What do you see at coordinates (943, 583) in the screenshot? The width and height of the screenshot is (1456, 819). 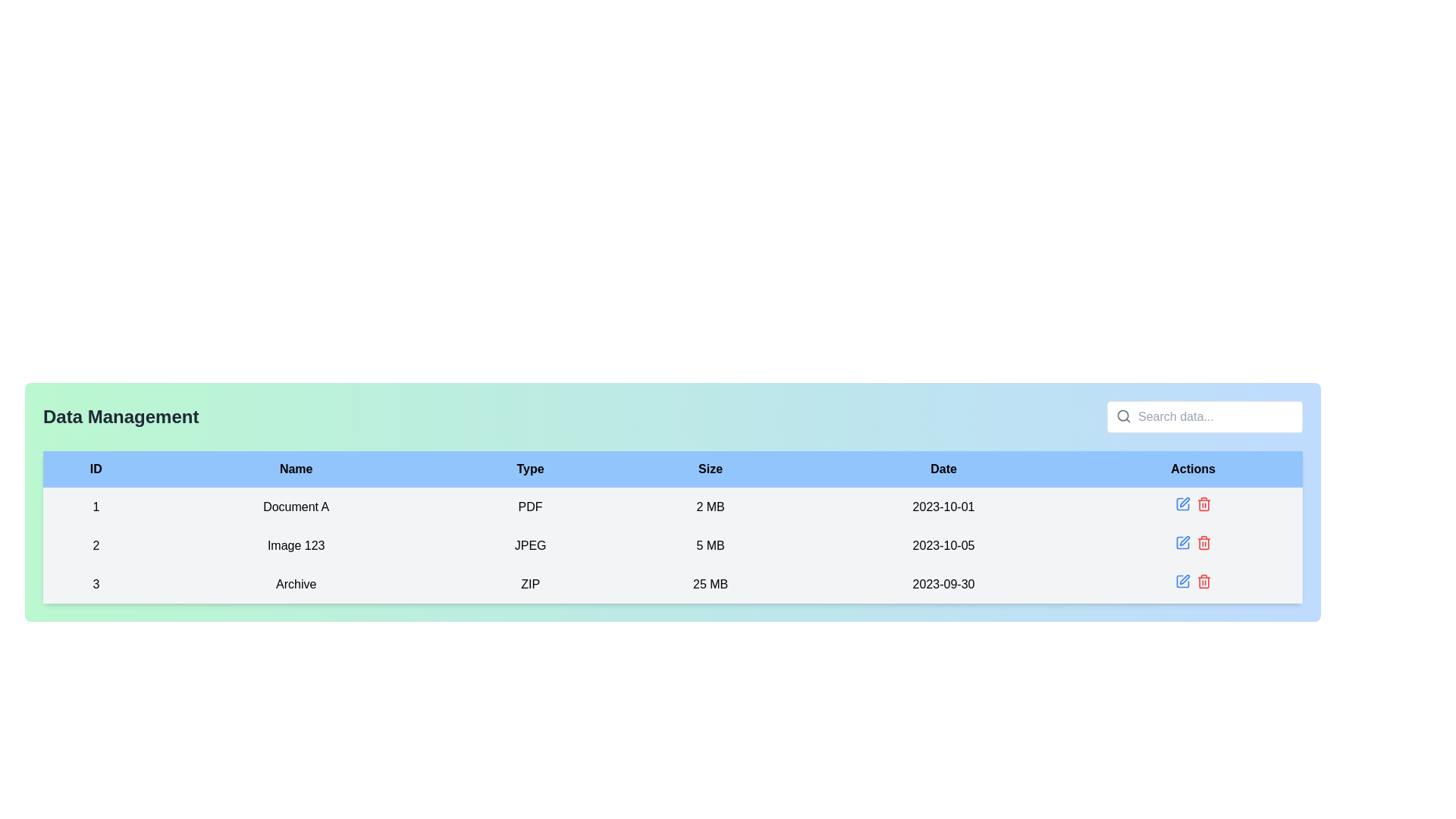 I see `the text display showing the date '2023-09-30' in the 'Date' column of the third row of the data table` at bounding box center [943, 583].